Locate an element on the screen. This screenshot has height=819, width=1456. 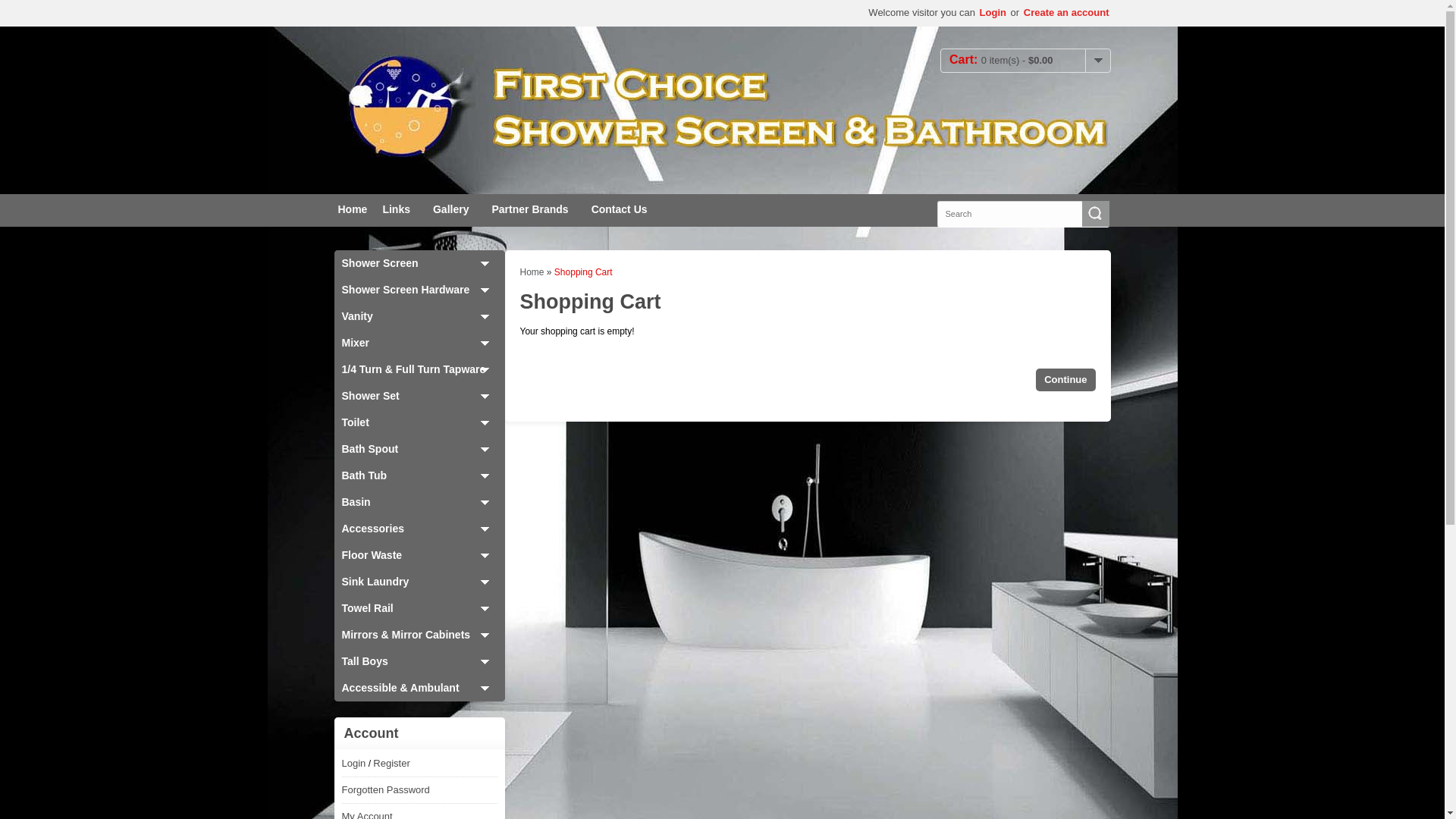
'1/4 Turn & Full Turn Tapware' is located at coordinates (419, 369).